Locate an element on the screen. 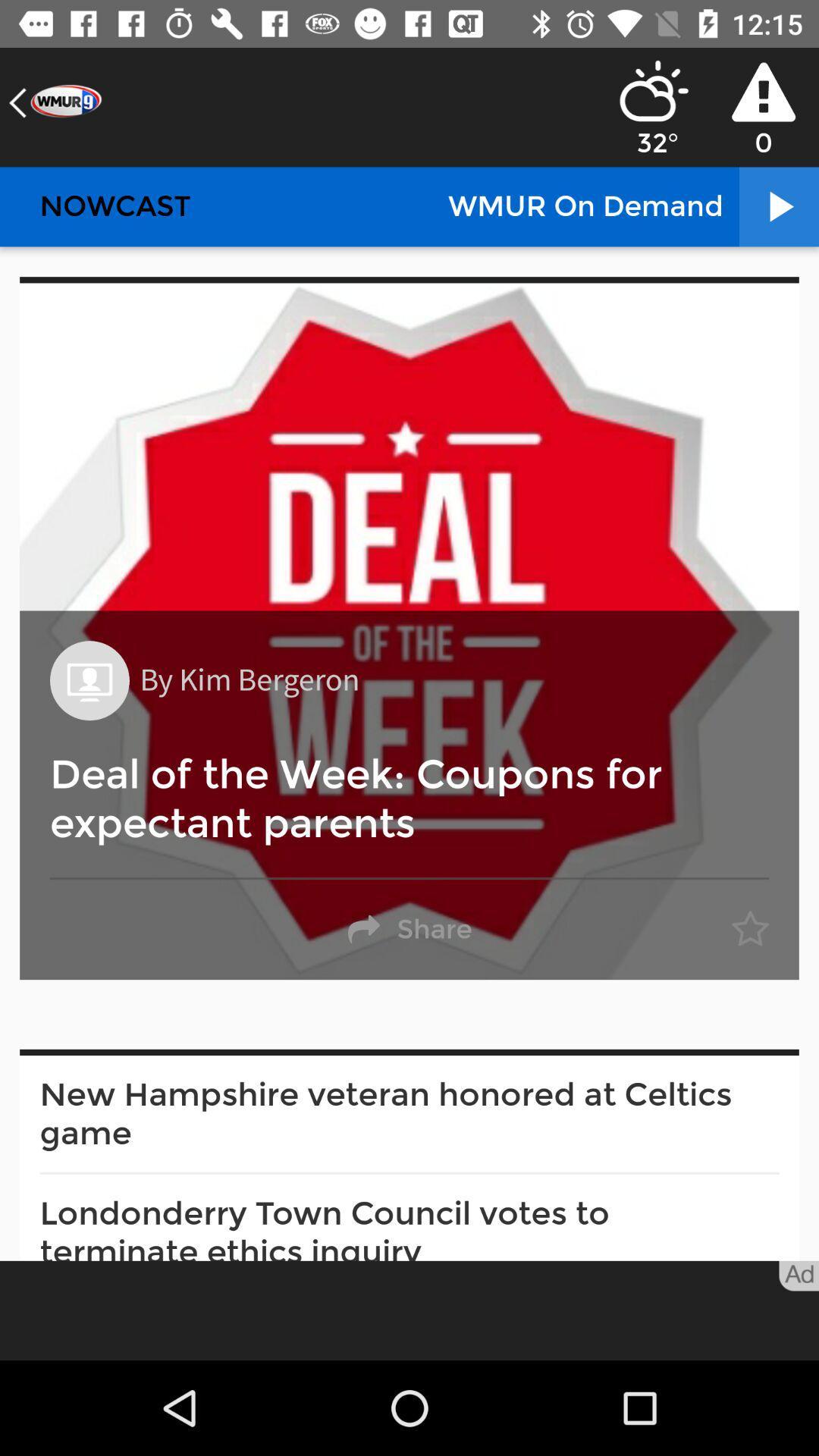  item to the left of the by kim bergeron item is located at coordinates (89, 679).